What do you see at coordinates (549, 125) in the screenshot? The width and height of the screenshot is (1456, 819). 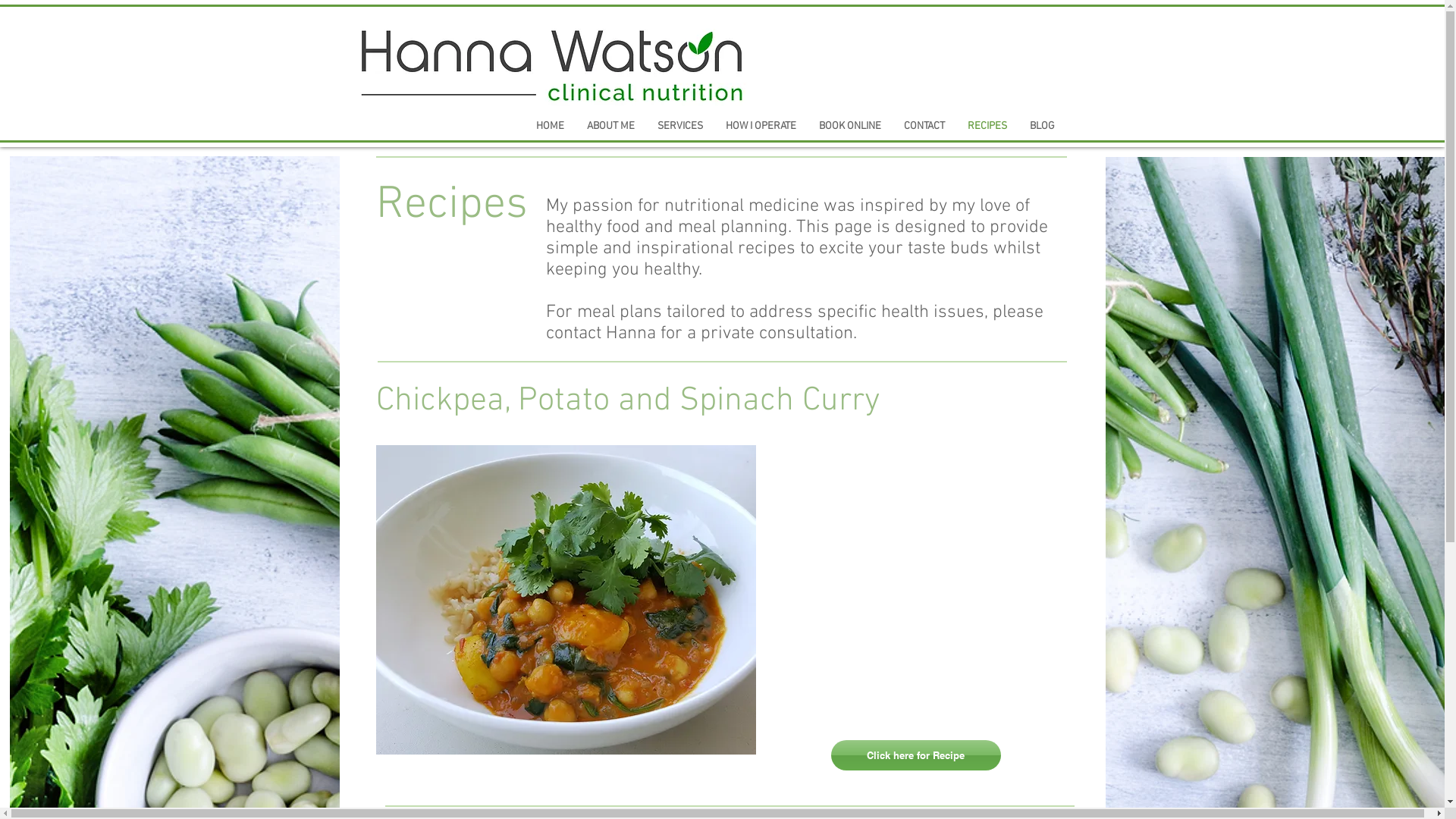 I see `'HOME'` at bounding box center [549, 125].